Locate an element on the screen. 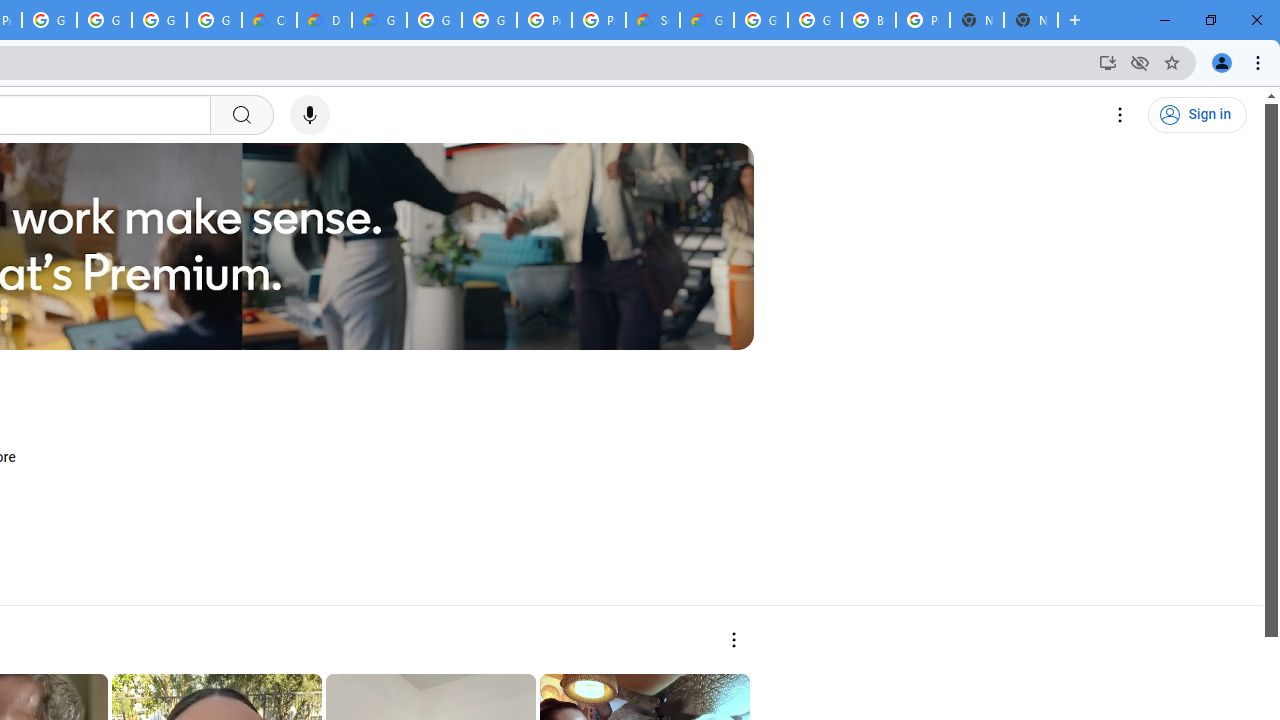 Image resolution: width=1280 pixels, height=720 pixels. 'Google Cloud Platform' is located at coordinates (489, 20).